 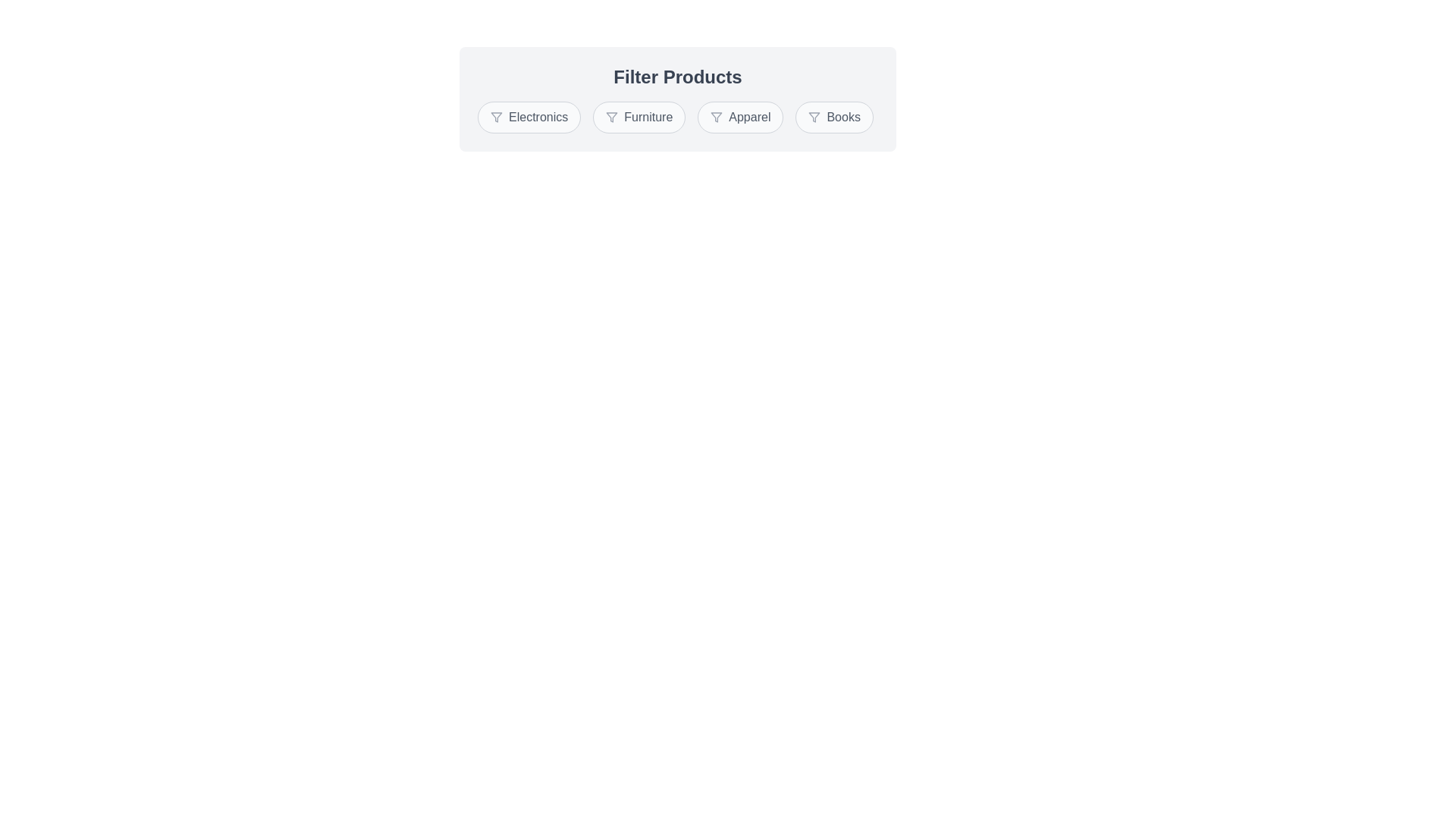 I want to click on the icon inside the chip labeled Furniture, so click(x=611, y=116).